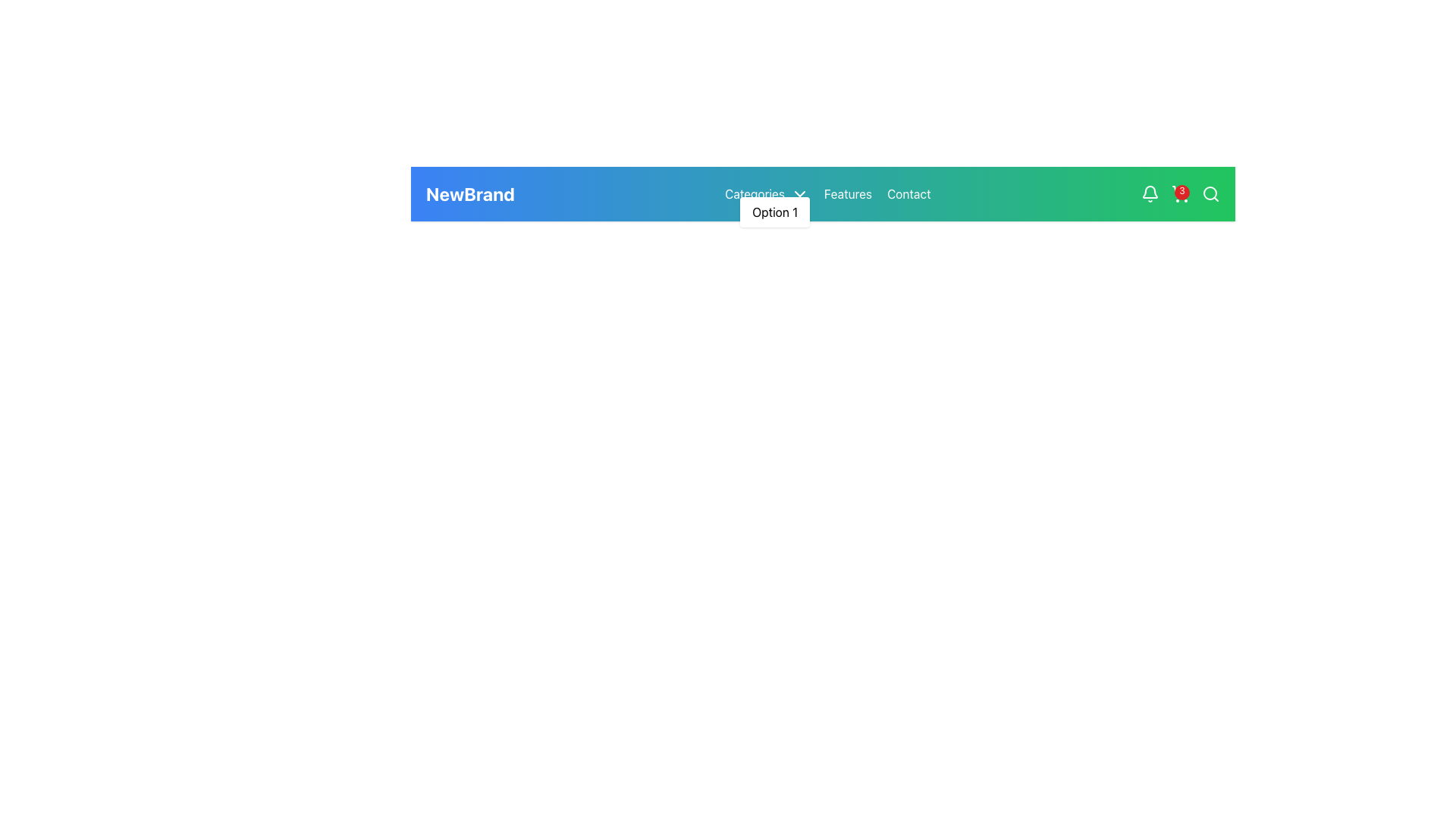 Image resolution: width=1456 pixels, height=819 pixels. What do you see at coordinates (1181, 192) in the screenshot?
I see `the Counter Badge located at the top-right edge of the shopping cart icon in the navigation bar` at bounding box center [1181, 192].